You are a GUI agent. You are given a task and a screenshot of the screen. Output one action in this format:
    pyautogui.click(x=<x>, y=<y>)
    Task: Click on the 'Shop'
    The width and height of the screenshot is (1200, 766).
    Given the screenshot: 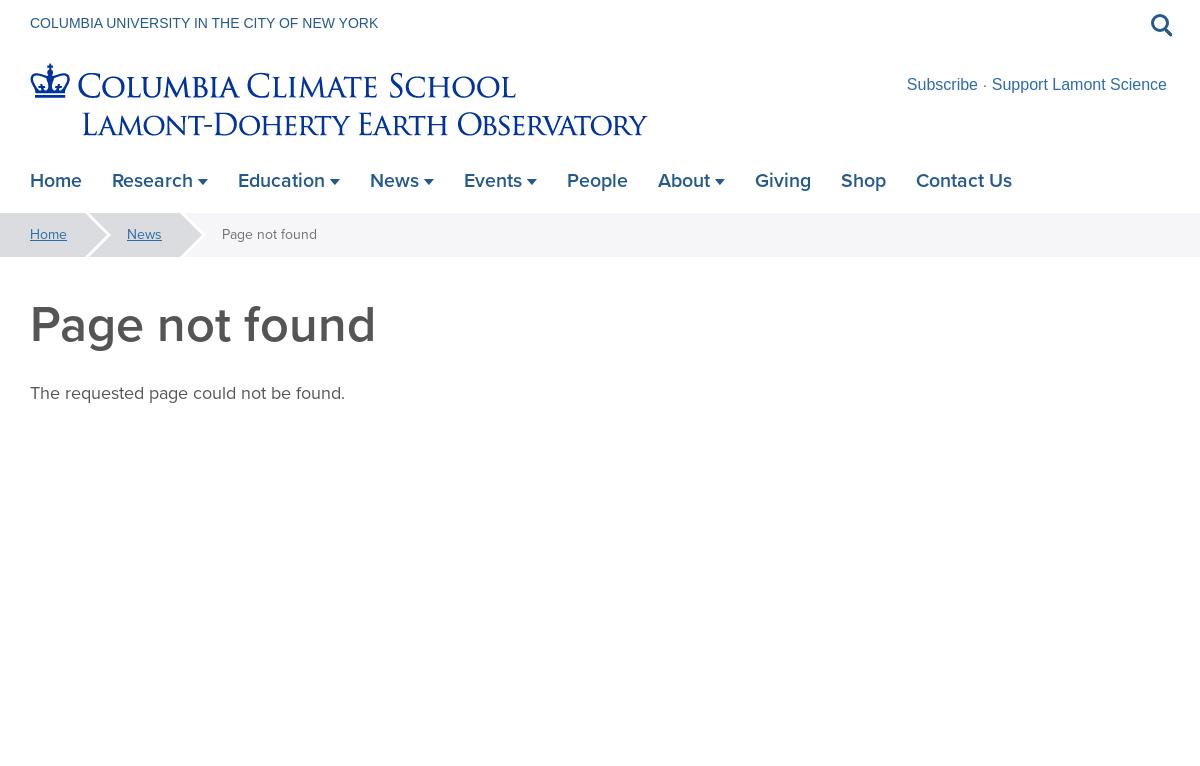 What is the action you would take?
    pyautogui.click(x=839, y=179)
    